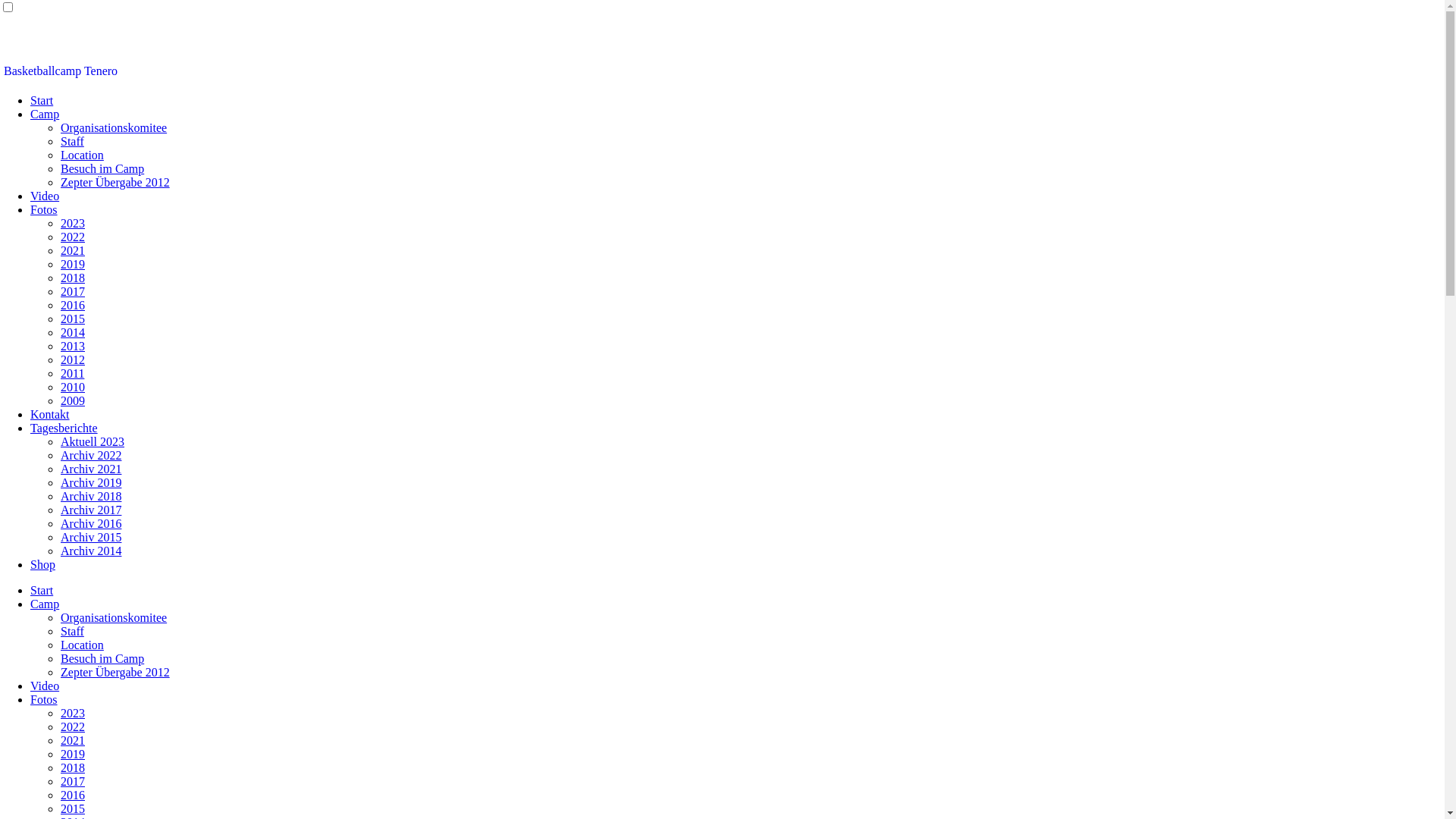  Describe the element at coordinates (72, 739) in the screenshot. I see `'2021'` at that location.